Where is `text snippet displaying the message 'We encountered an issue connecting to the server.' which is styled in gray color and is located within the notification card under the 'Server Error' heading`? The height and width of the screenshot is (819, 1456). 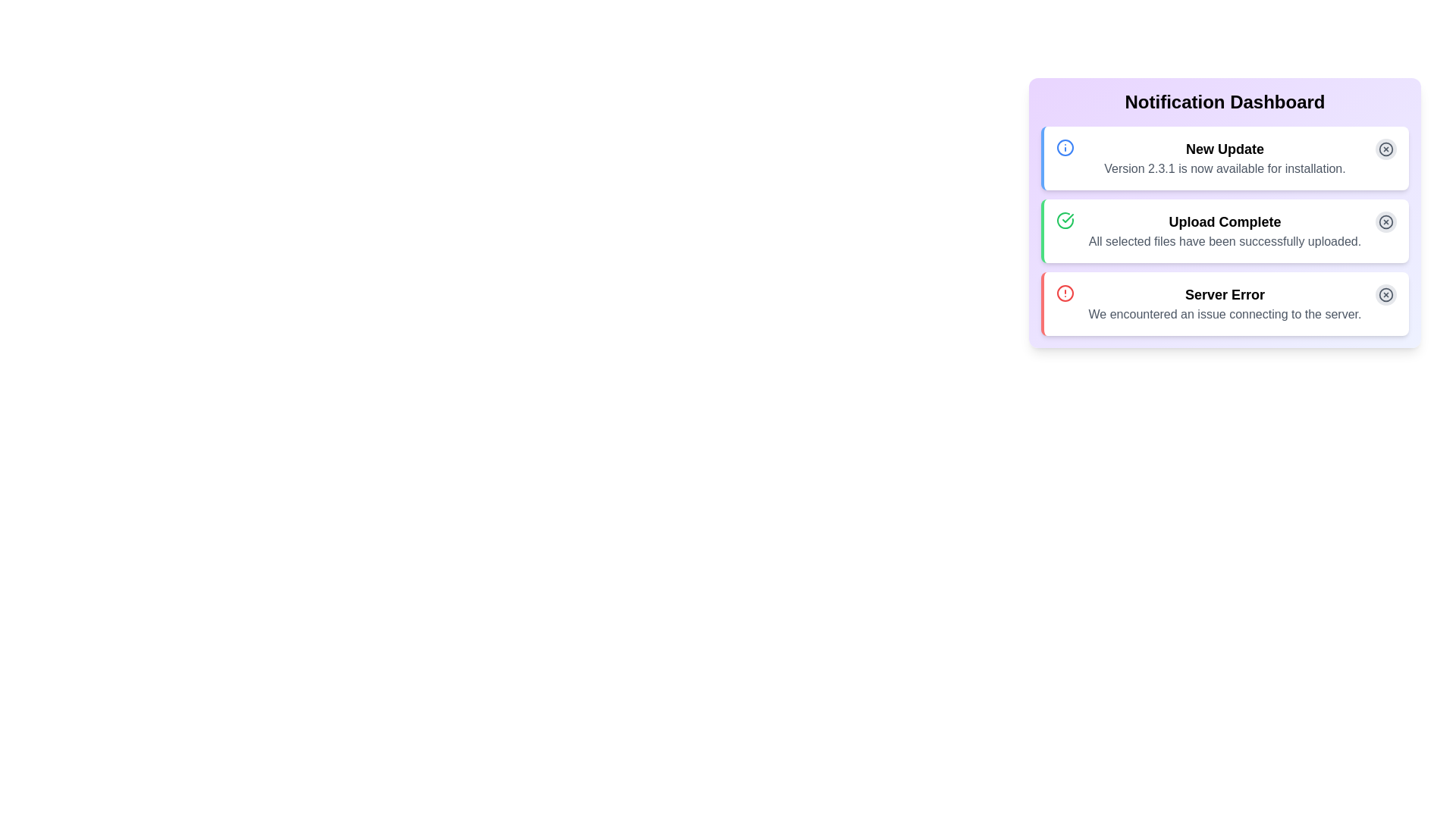 text snippet displaying the message 'We encountered an issue connecting to the server.' which is styled in gray color and is located within the notification card under the 'Server Error' heading is located at coordinates (1225, 314).